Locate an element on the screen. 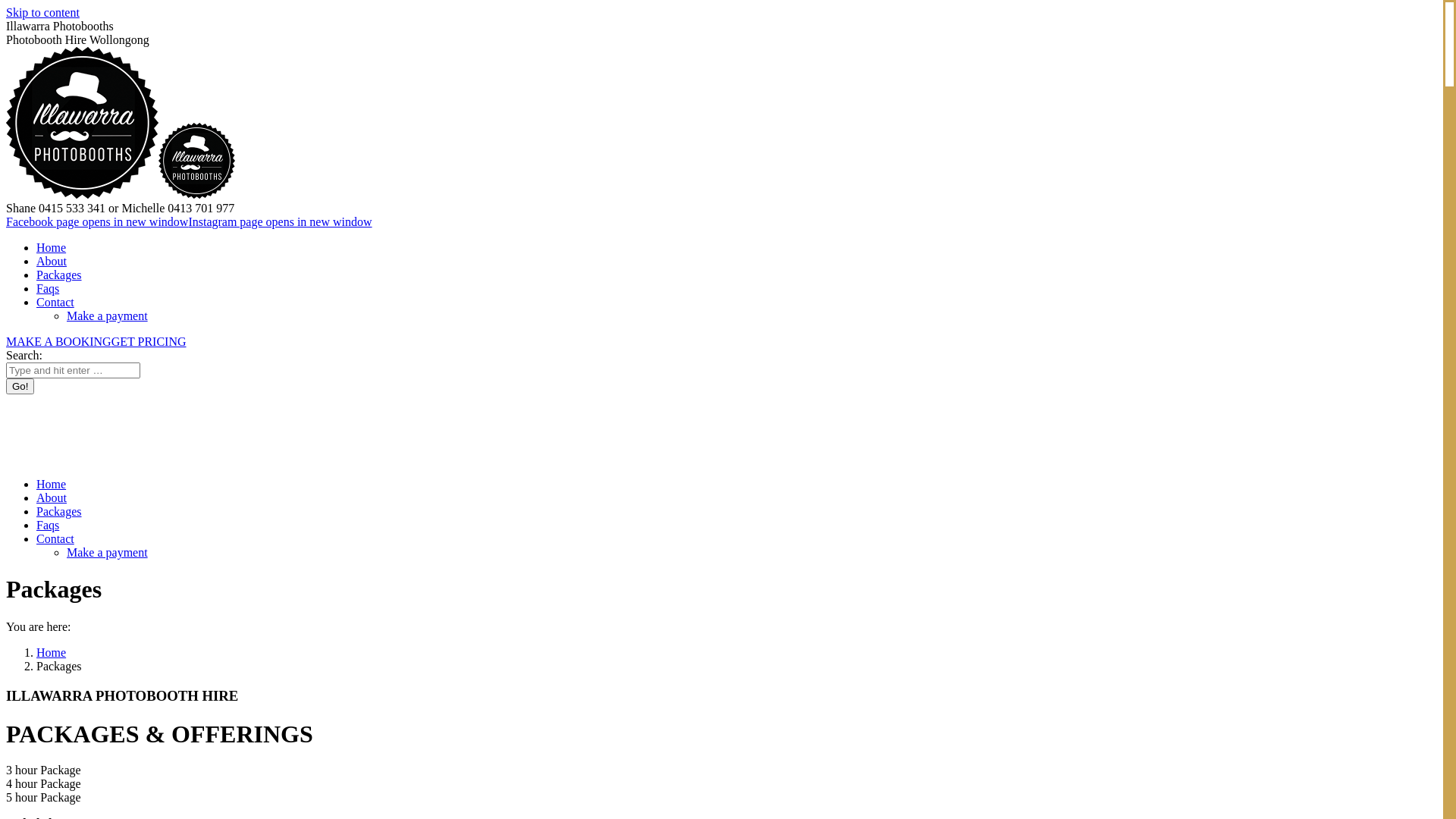  'Skip to content' is located at coordinates (42, 12).